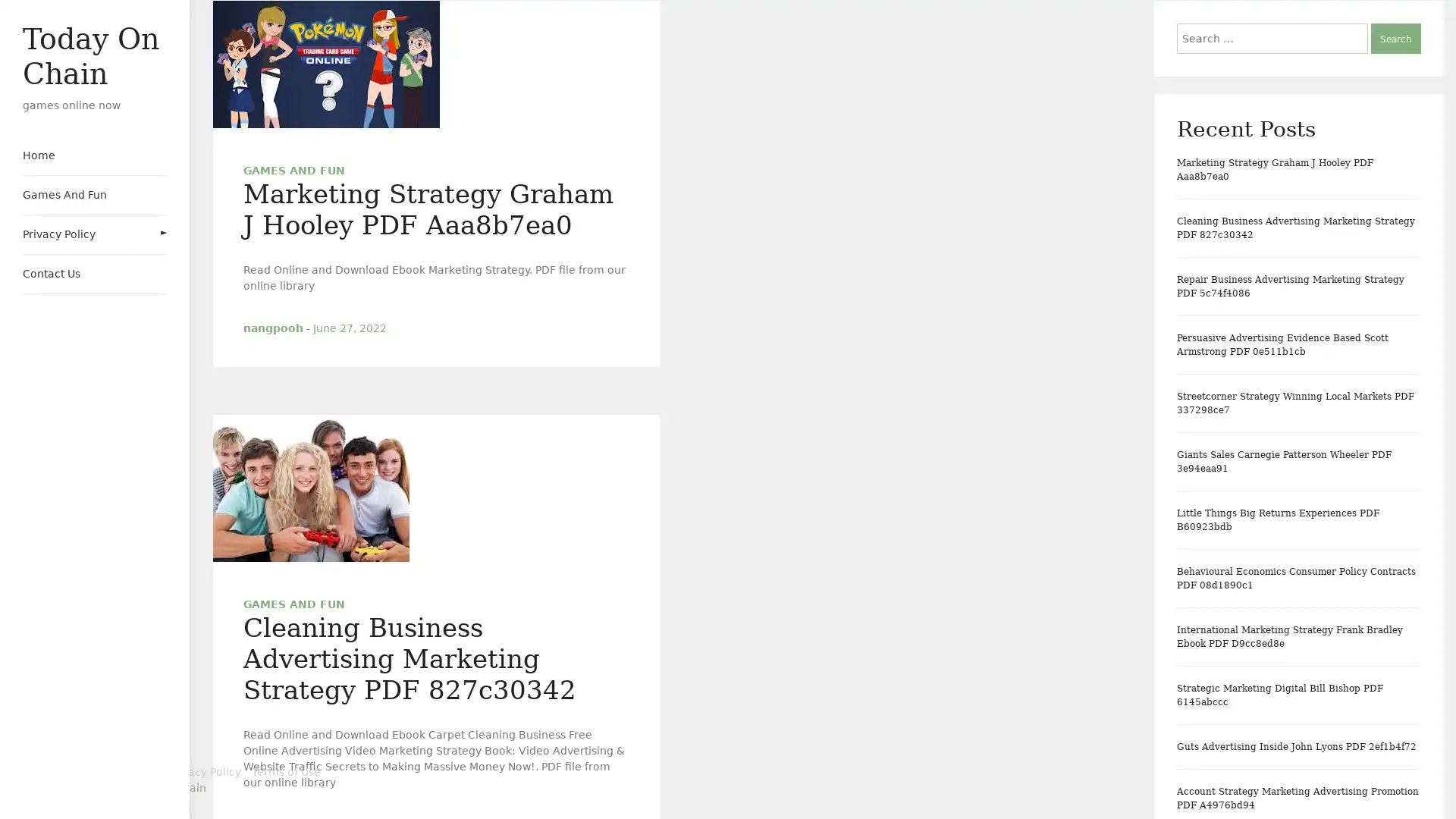 This screenshot has width=1456, height=819. Describe the element at coordinates (1395, 37) in the screenshot. I see `Search` at that location.